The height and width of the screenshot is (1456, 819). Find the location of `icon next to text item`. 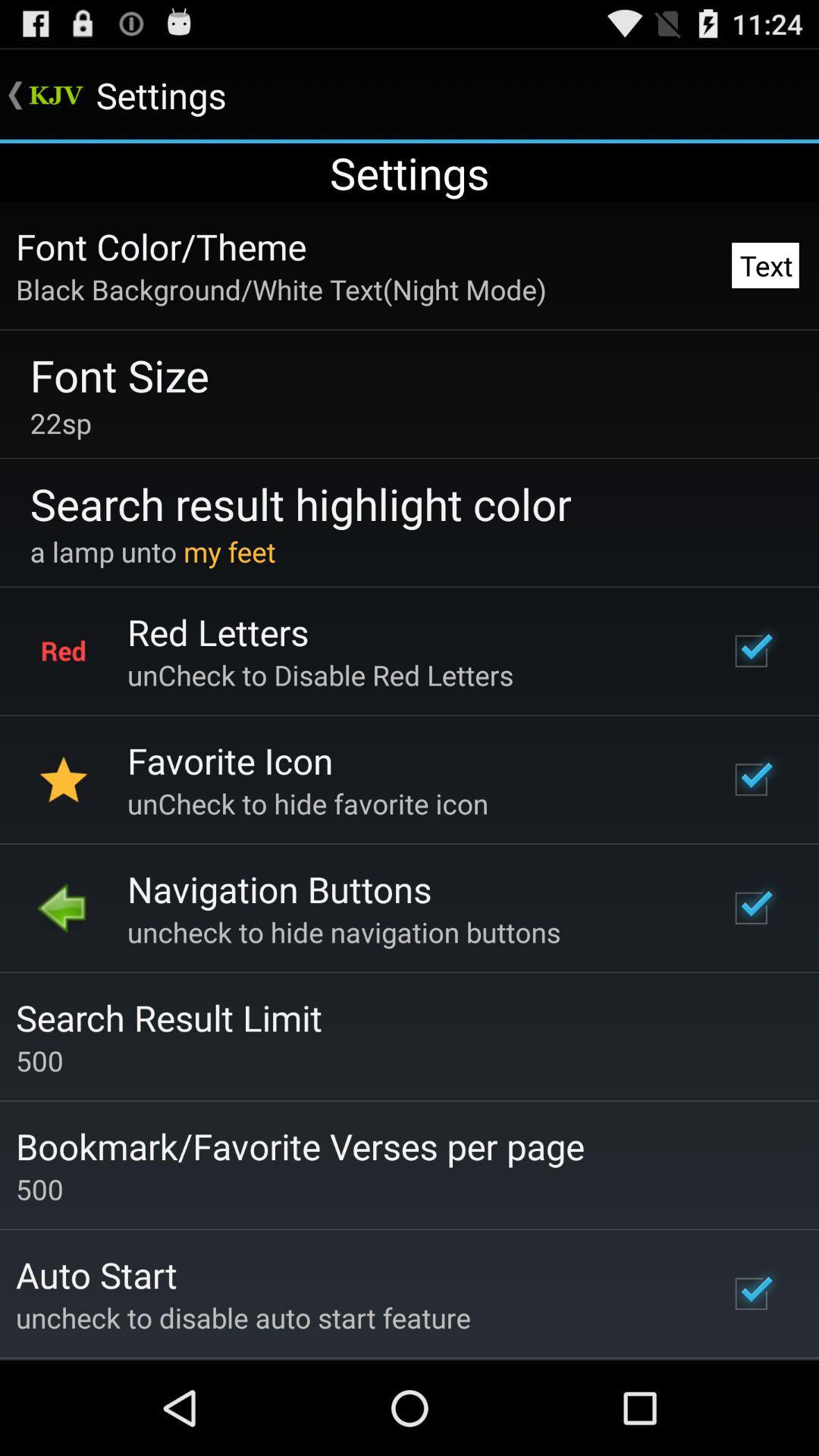

icon next to text item is located at coordinates (281, 289).